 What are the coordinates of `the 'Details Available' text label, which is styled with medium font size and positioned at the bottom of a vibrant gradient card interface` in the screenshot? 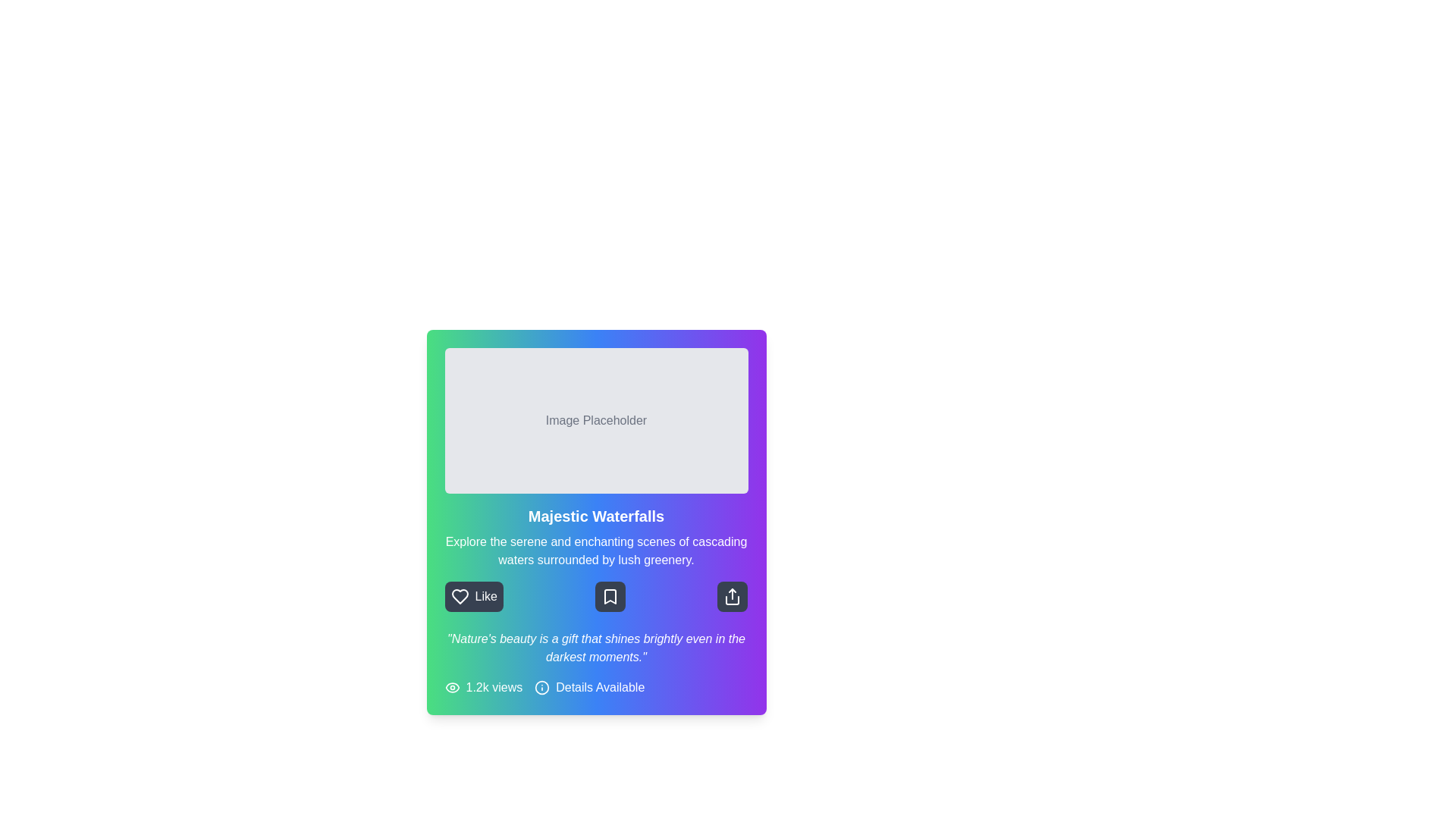 It's located at (599, 687).